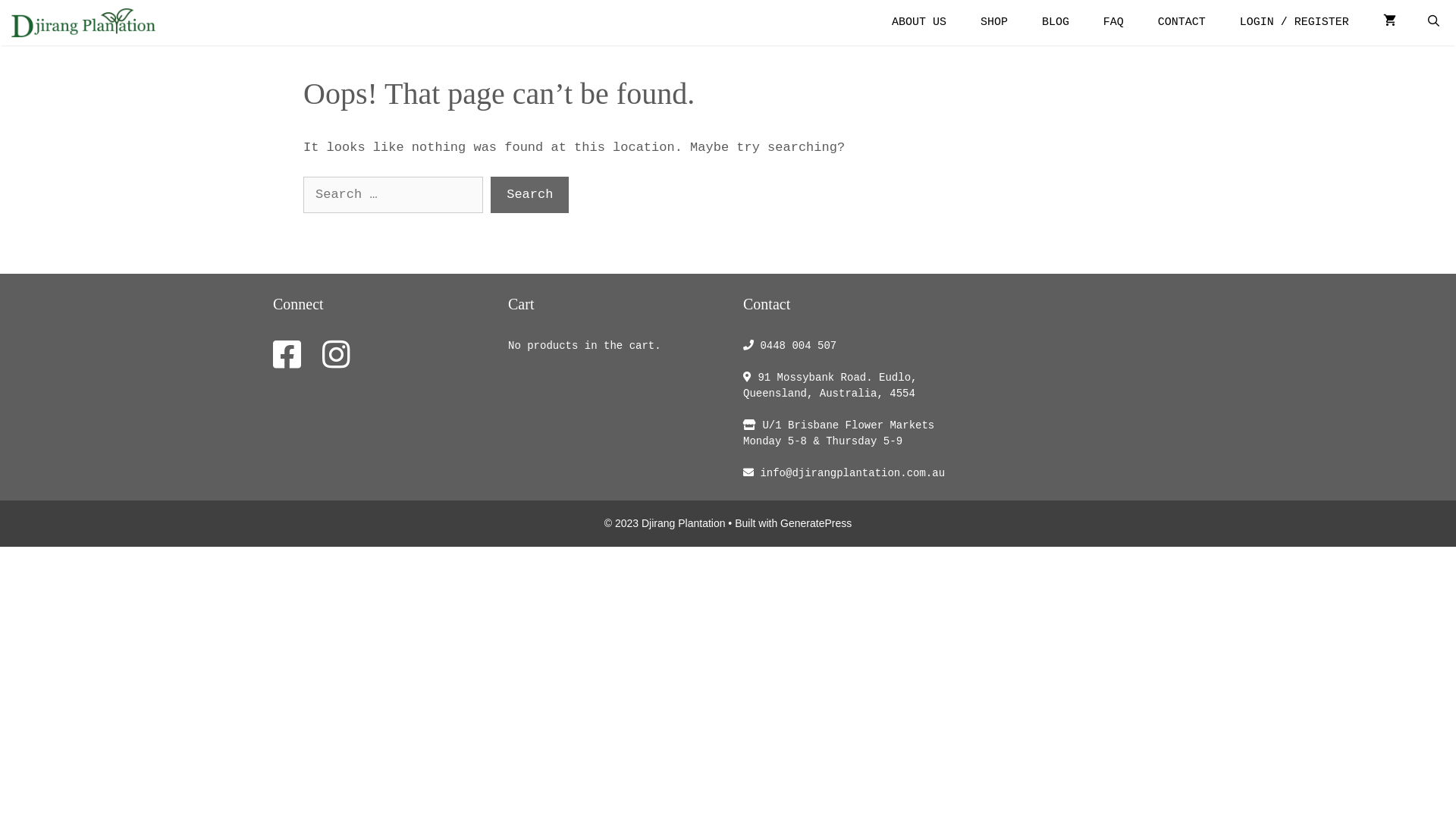 The width and height of the screenshot is (1456, 819). I want to click on 'FAQ', so click(1113, 23).